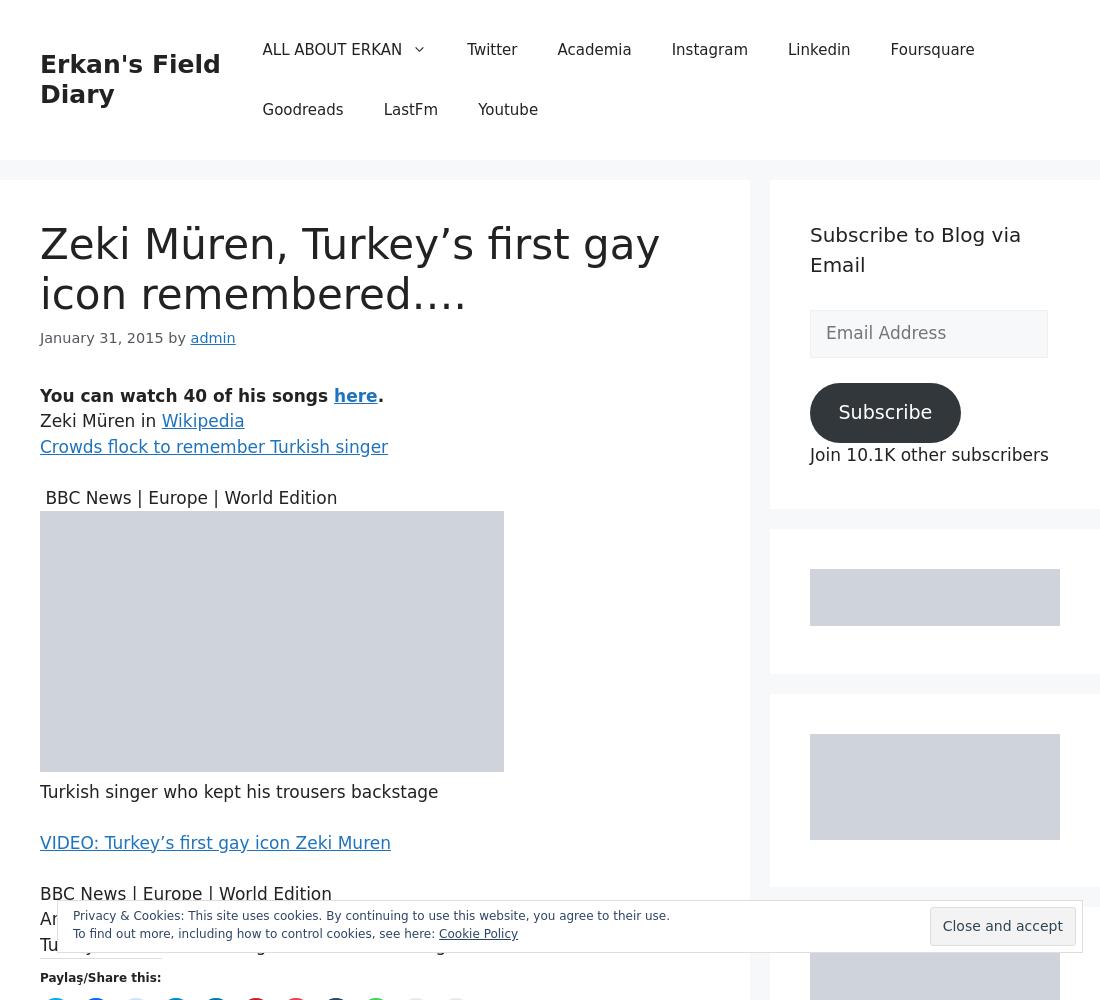 This screenshot has width=1100, height=1000. Describe the element at coordinates (477, 934) in the screenshot. I see `'Cookie Policy'` at that location.